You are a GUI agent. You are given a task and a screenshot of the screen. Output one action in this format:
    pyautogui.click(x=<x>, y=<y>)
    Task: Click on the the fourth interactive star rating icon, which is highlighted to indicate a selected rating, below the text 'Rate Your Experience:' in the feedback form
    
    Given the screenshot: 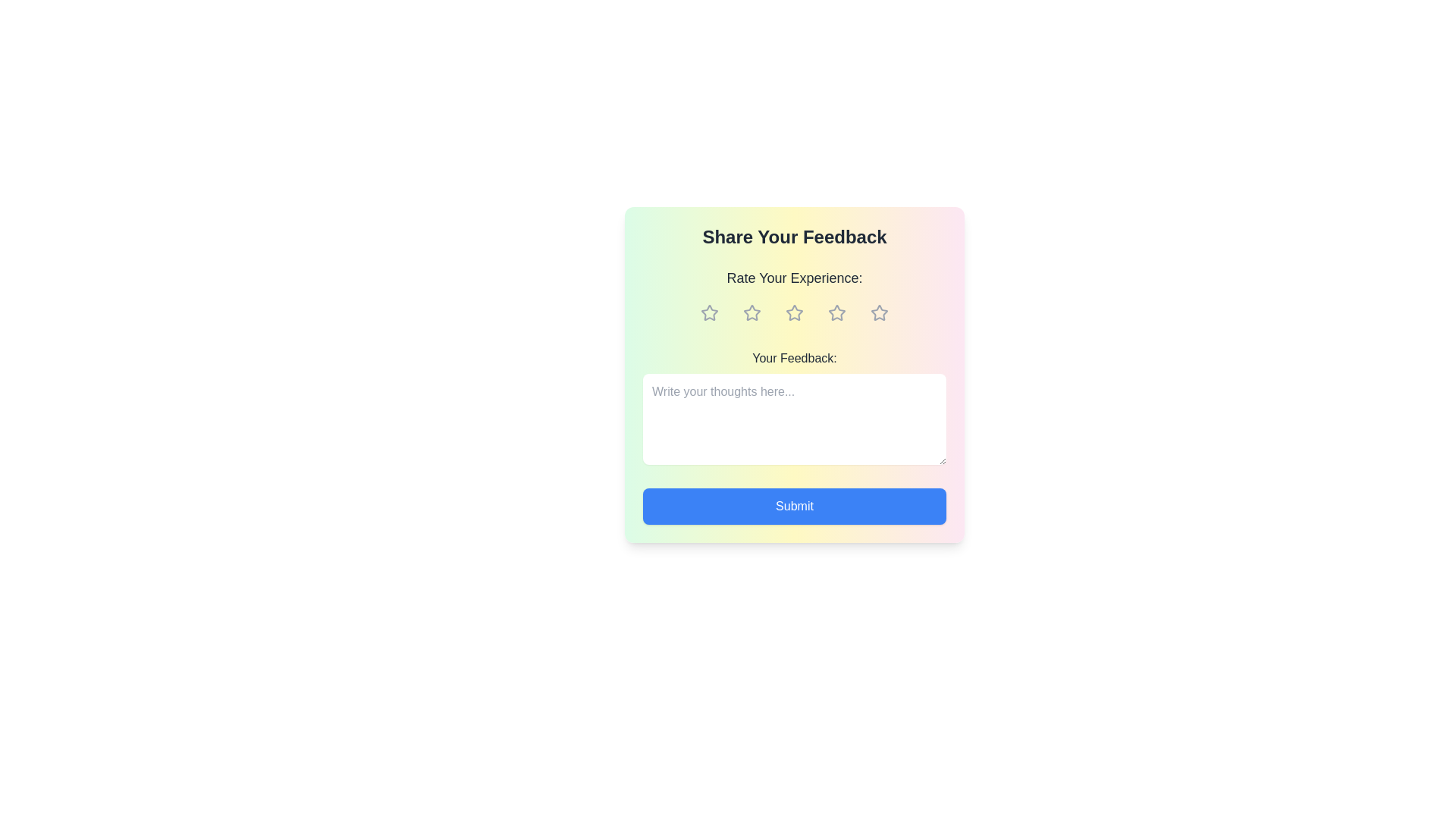 What is the action you would take?
    pyautogui.click(x=836, y=312)
    